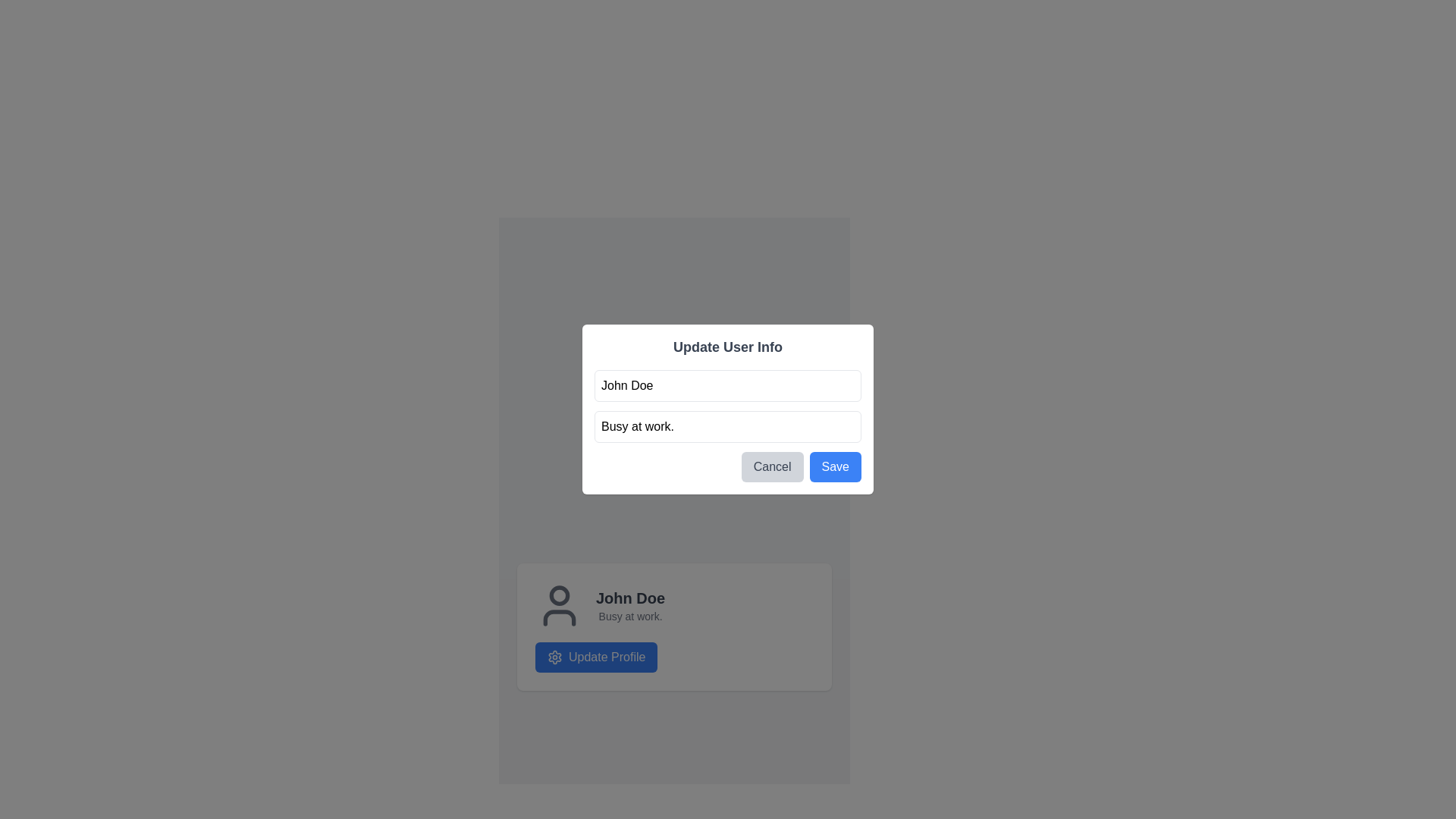  What do you see at coordinates (554, 657) in the screenshot?
I see `the cog-shaped settings icon within the 'Update Profile' button located under the user card for 'John Doe' to initiate the profile update functionality` at bounding box center [554, 657].